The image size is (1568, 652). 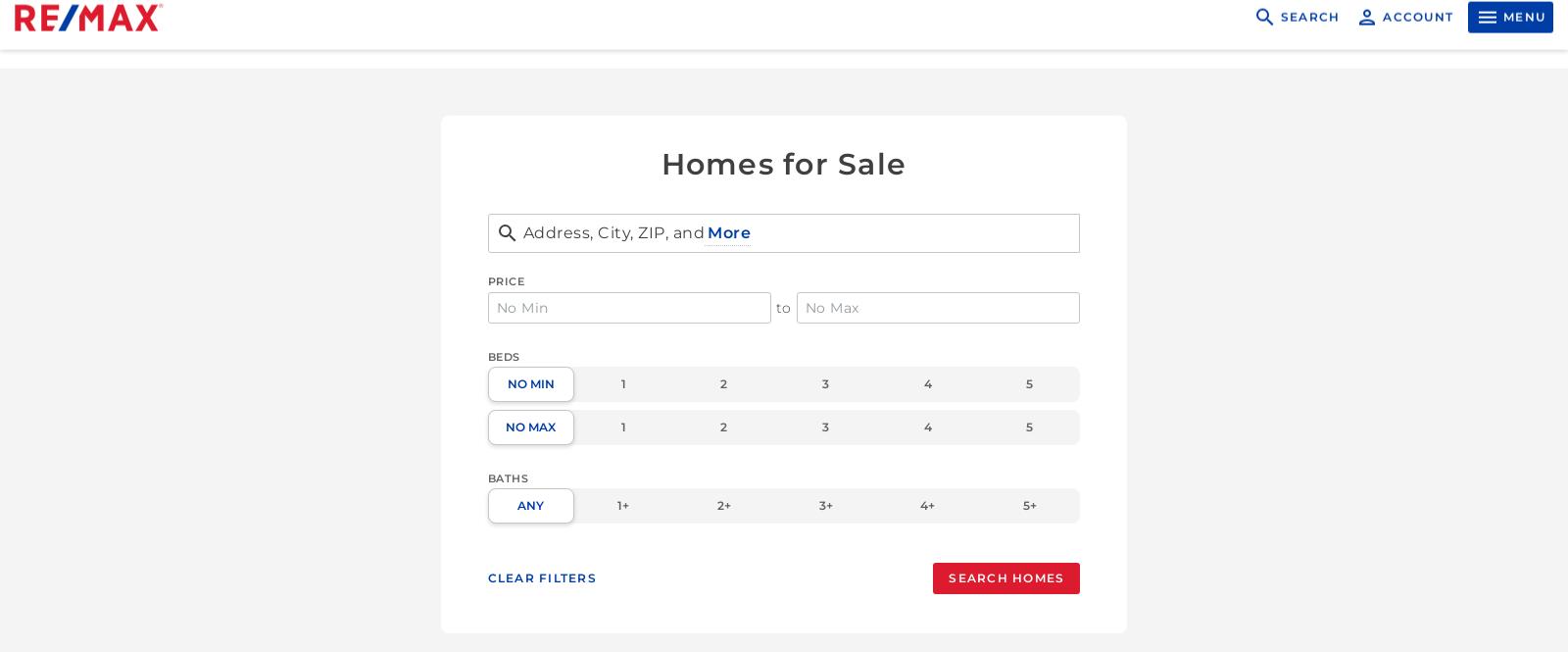 What do you see at coordinates (505, 426) in the screenshot?
I see `'No Max'` at bounding box center [505, 426].